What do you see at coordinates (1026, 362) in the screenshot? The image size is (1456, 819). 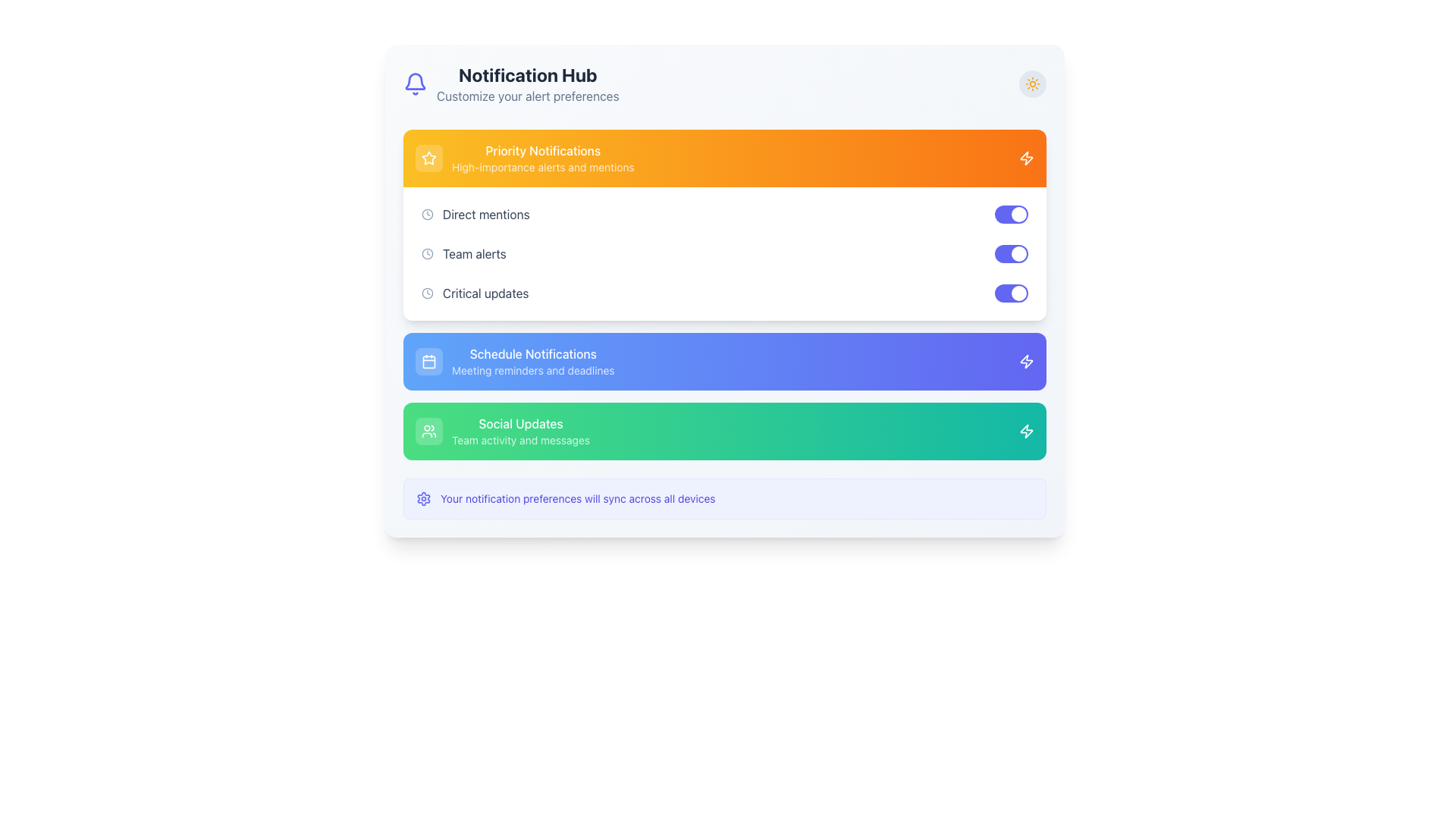 I see `the icon located on the 'Schedule Notifications' button in the Notification Hub interface, positioned on the right-hand side of the button` at bounding box center [1026, 362].